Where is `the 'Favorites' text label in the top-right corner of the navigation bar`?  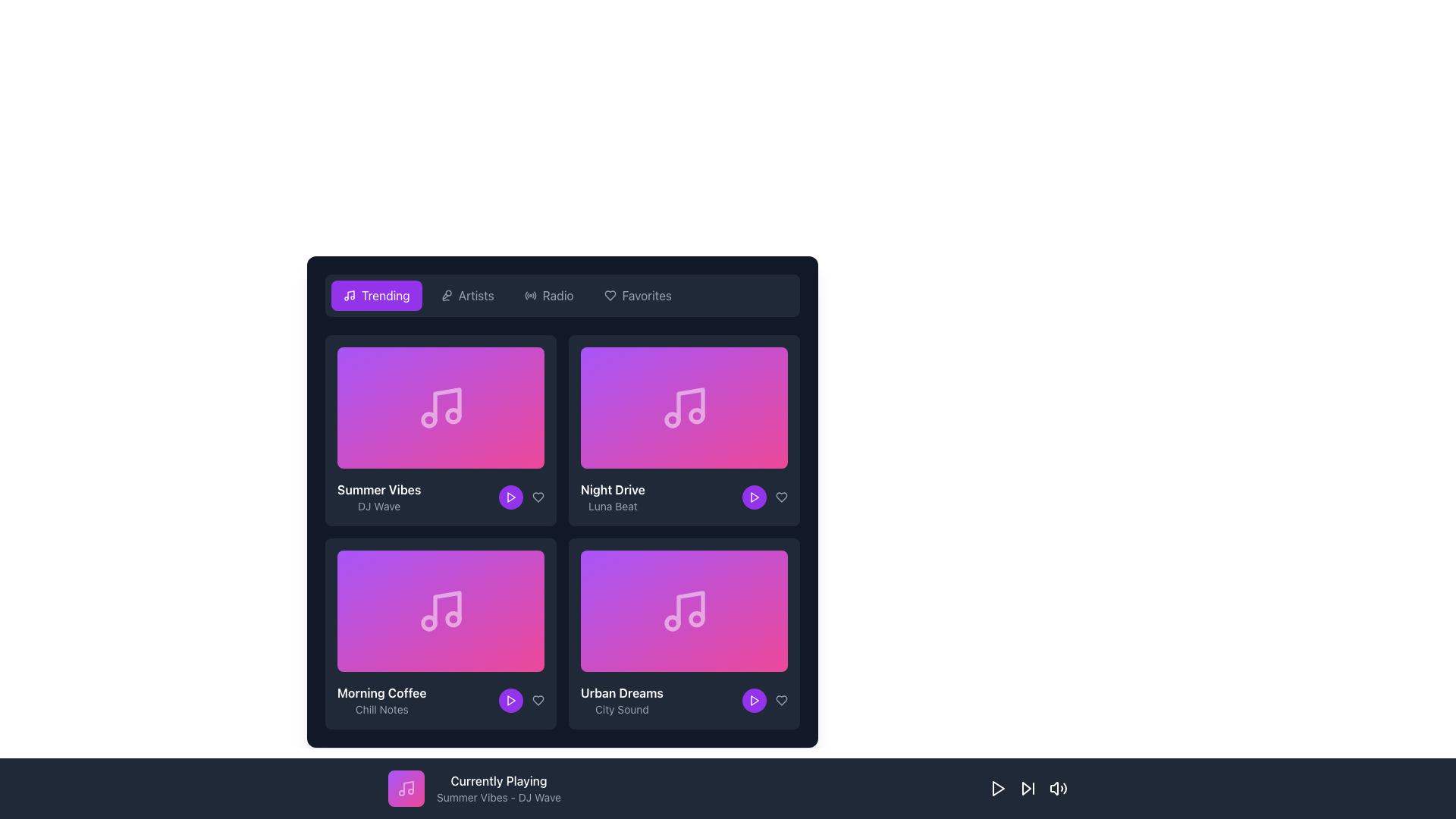
the 'Favorites' text label in the top-right corner of the navigation bar is located at coordinates (647, 295).